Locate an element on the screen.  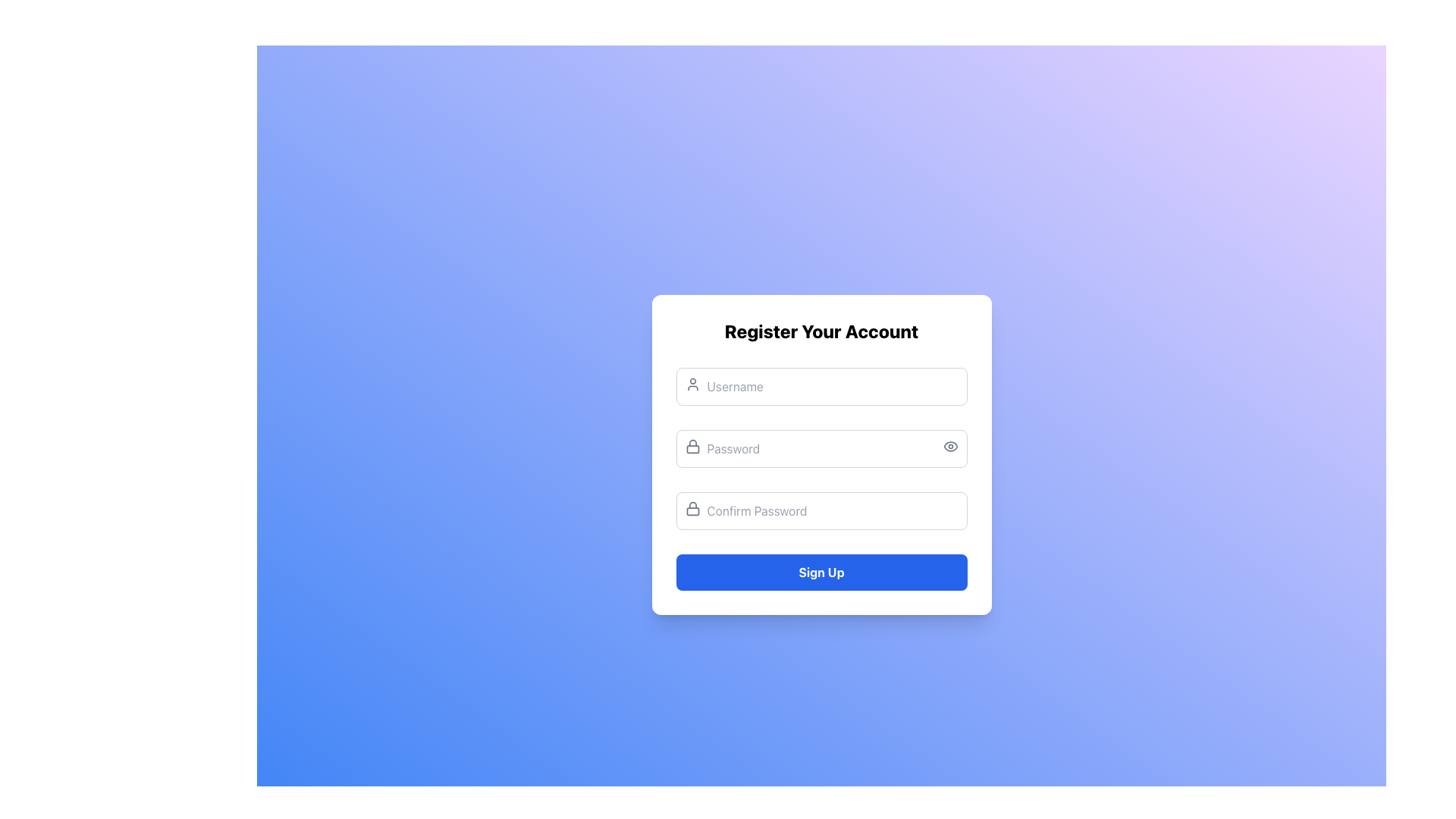
inside the Password input field to focus on it, allowing the user to enter their password securely is located at coordinates (821, 447).